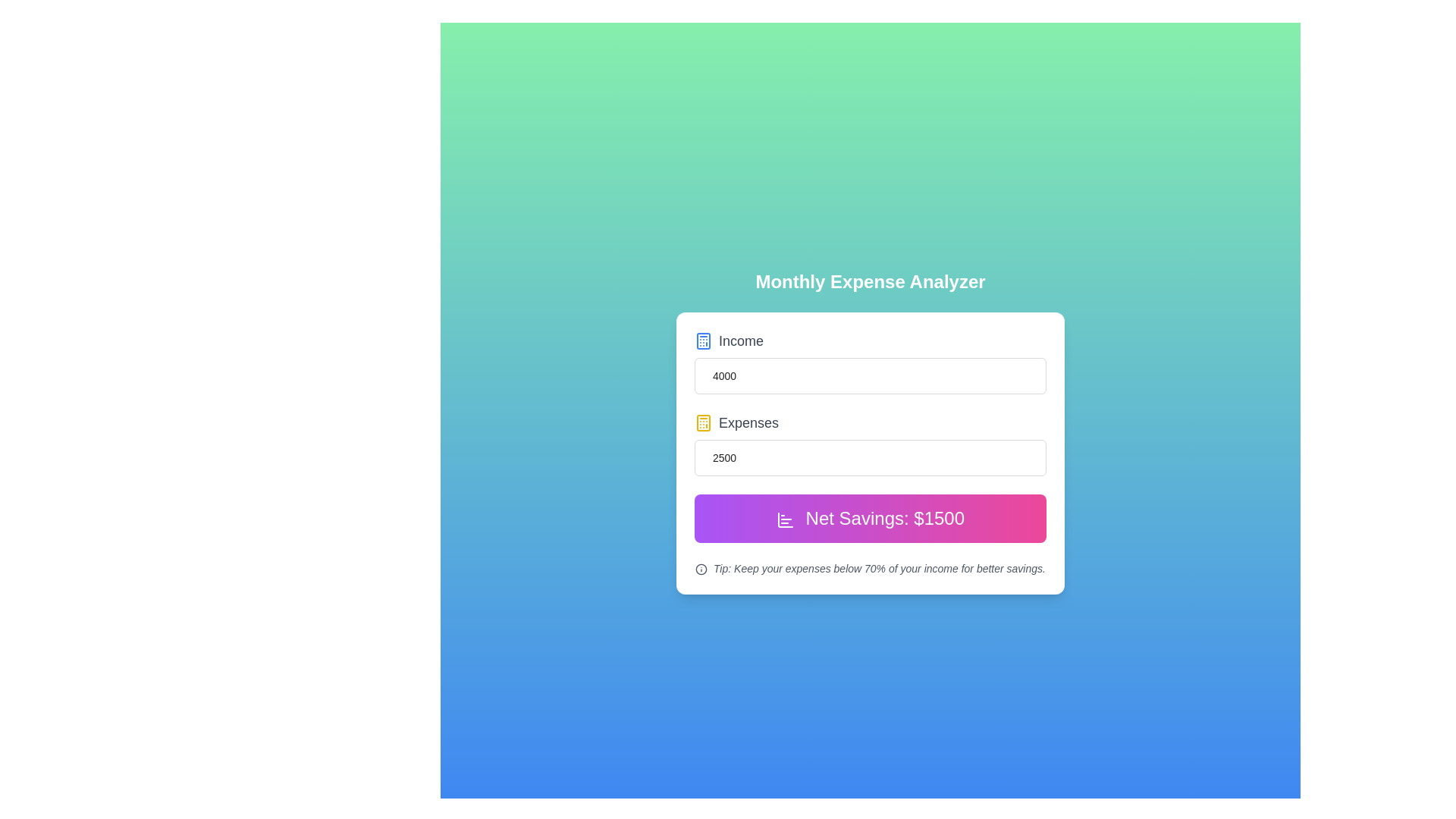  I want to click on the leftmost analytics icon representing the 'Net Savings' context, which is associated with the displayed text 'Net Savings: $1500', so click(785, 519).